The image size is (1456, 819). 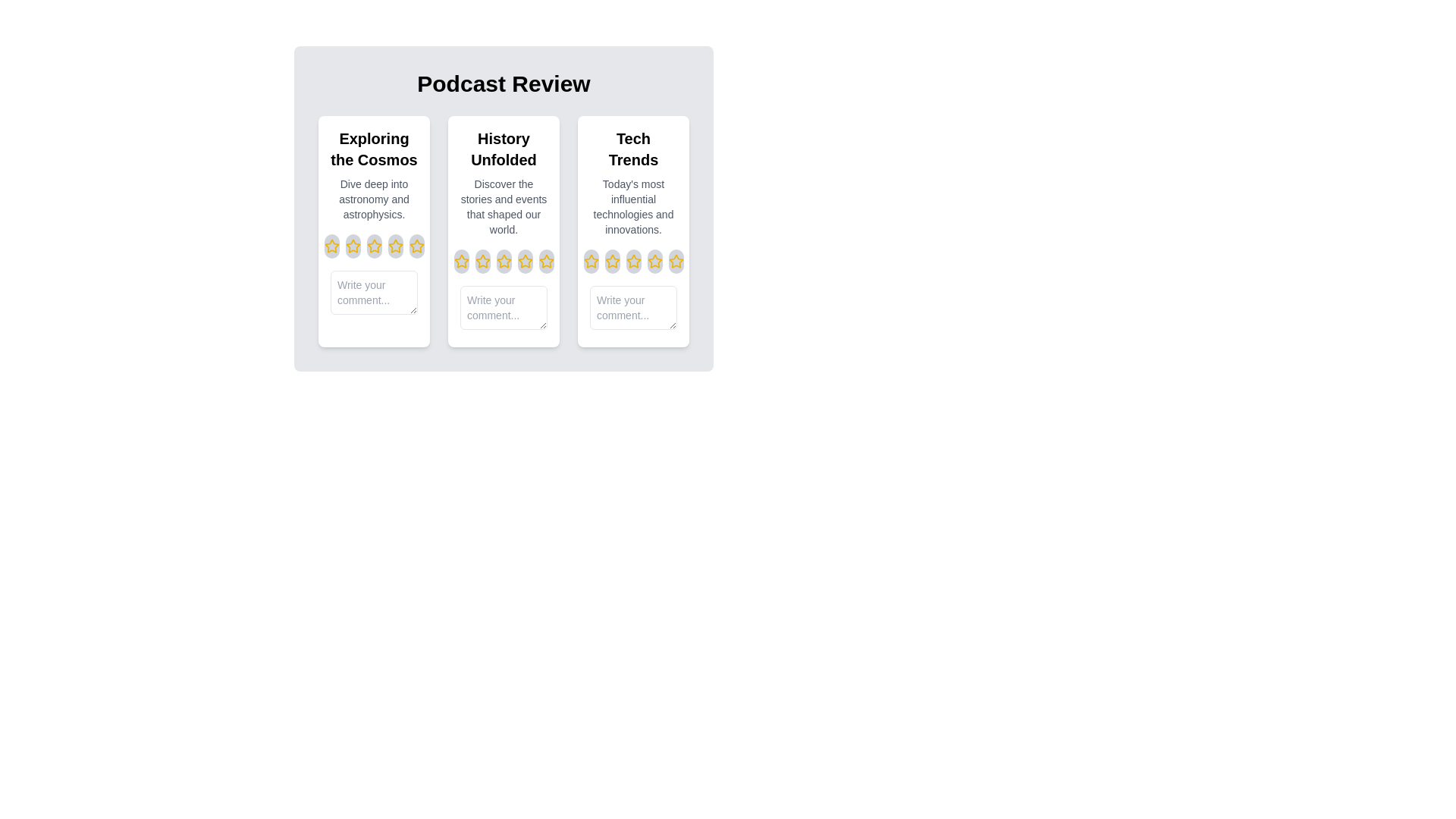 What do you see at coordinates (352, 245) in the screenshot?
I see `the rating for an episode to 2 stars by clicking on the corresponding star` at bounding box center [352, 245].